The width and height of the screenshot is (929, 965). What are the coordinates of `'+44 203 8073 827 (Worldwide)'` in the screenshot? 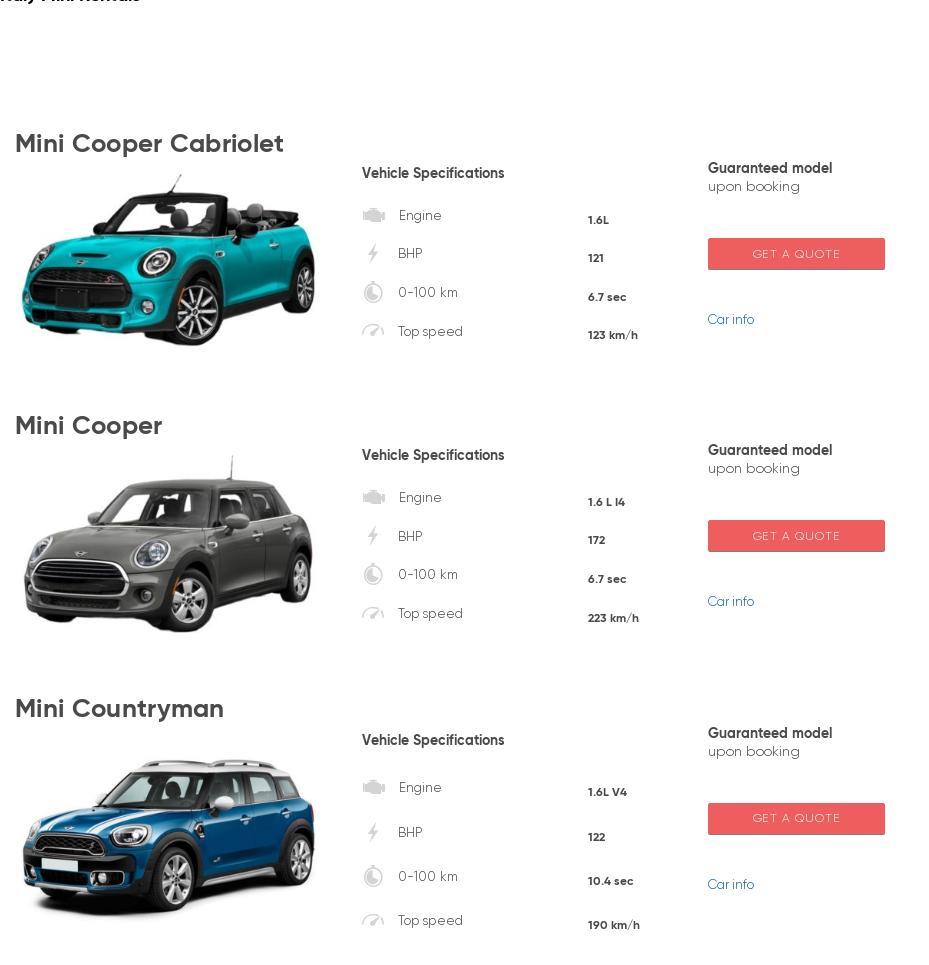 It's located at (86, 847).